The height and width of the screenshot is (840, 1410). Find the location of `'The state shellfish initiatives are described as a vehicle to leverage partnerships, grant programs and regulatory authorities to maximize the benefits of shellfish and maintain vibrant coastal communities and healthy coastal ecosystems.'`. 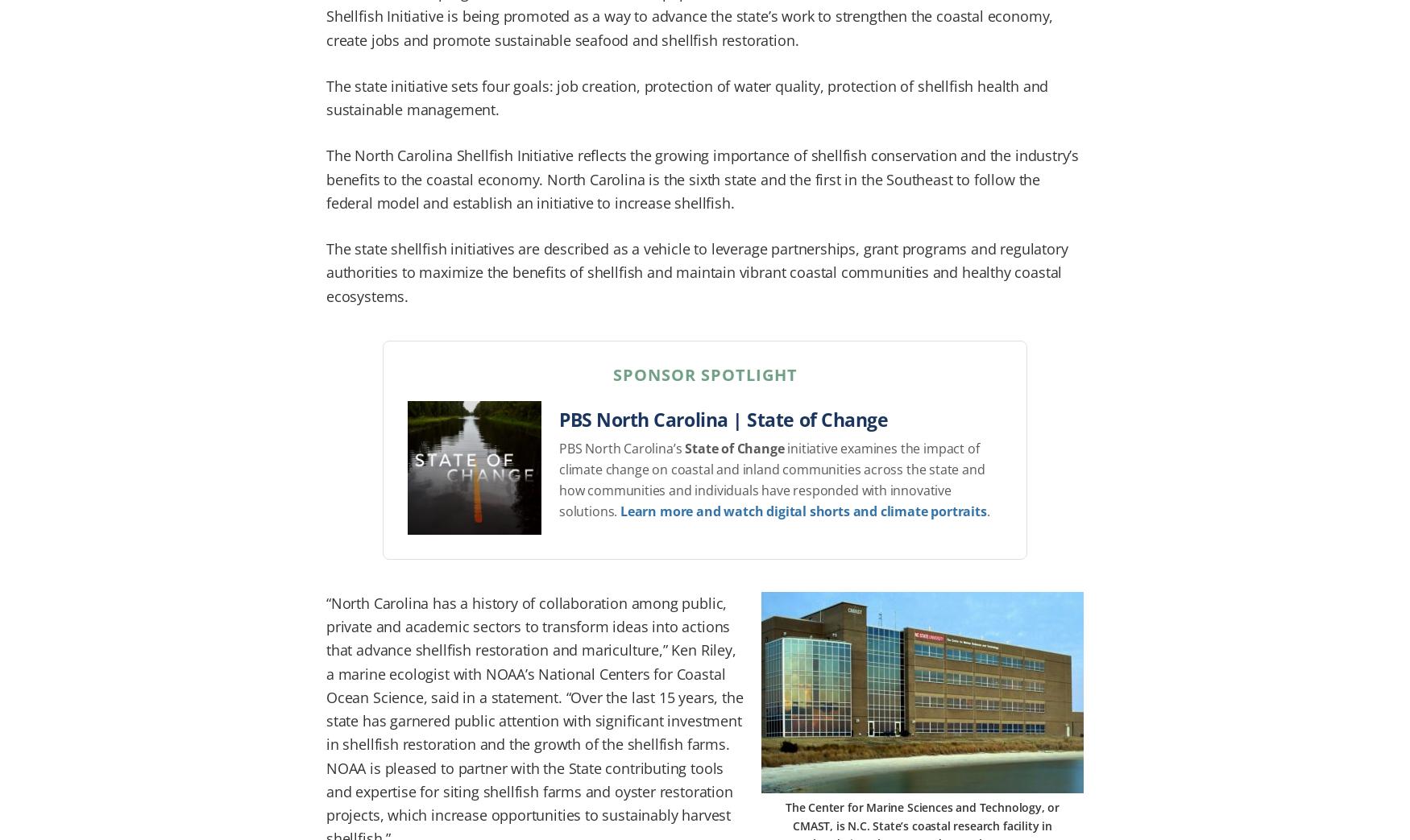

'The state shellfish initiatives are described as a vehicle to leverage partnerships, grant programs and regulatory authorities to maximize the benefits of shellfish and maintain vibrant coastal communities and healthy coastal ecosystems.' is located at coordinates (697, 271).